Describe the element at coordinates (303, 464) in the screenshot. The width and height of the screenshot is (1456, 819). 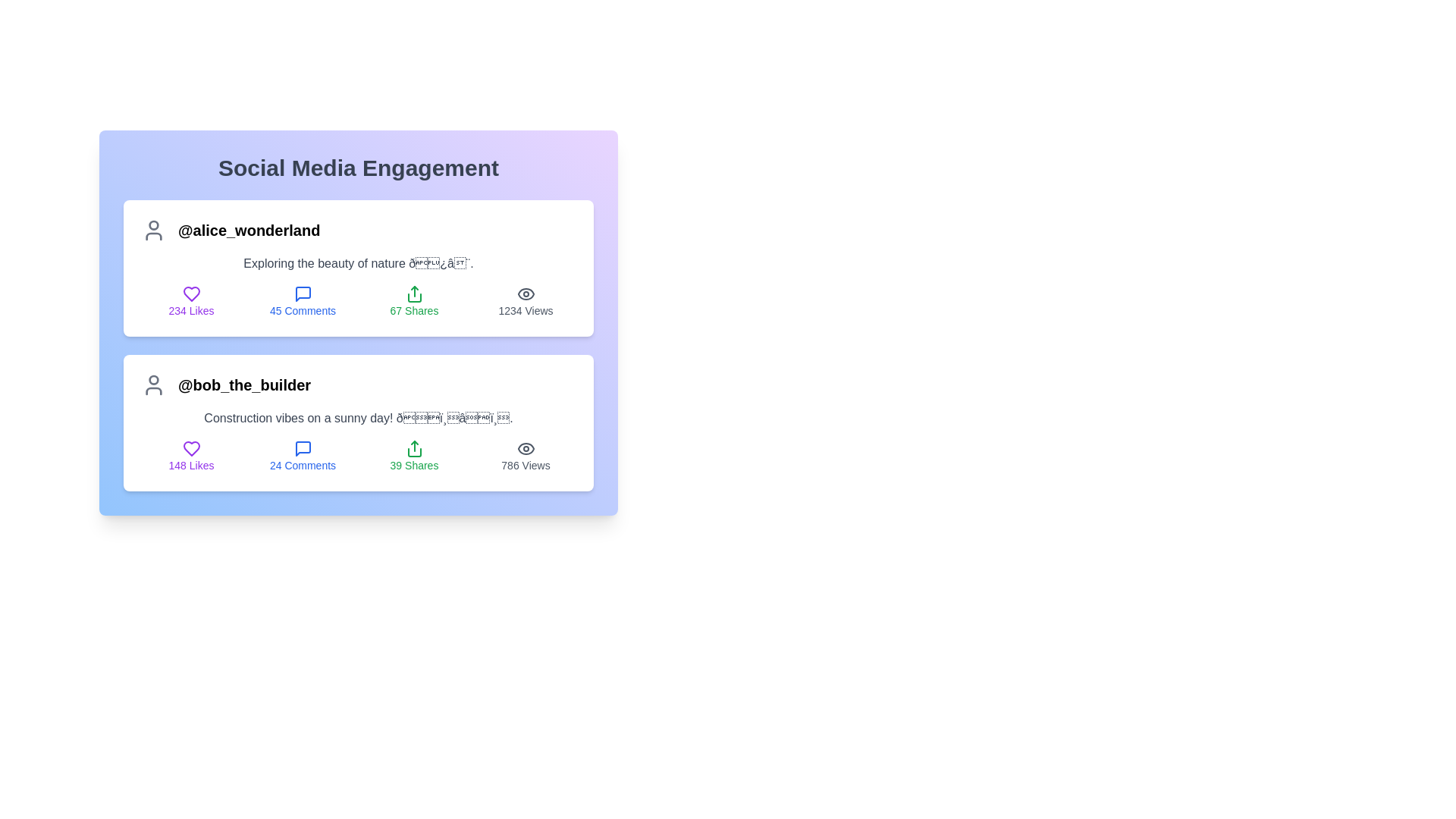
I see `the interactive text label '24 Comments' next to the comment icon, which is visually styled to indicate interactivity, located within the card for '@bob_the_builder'` at that location.